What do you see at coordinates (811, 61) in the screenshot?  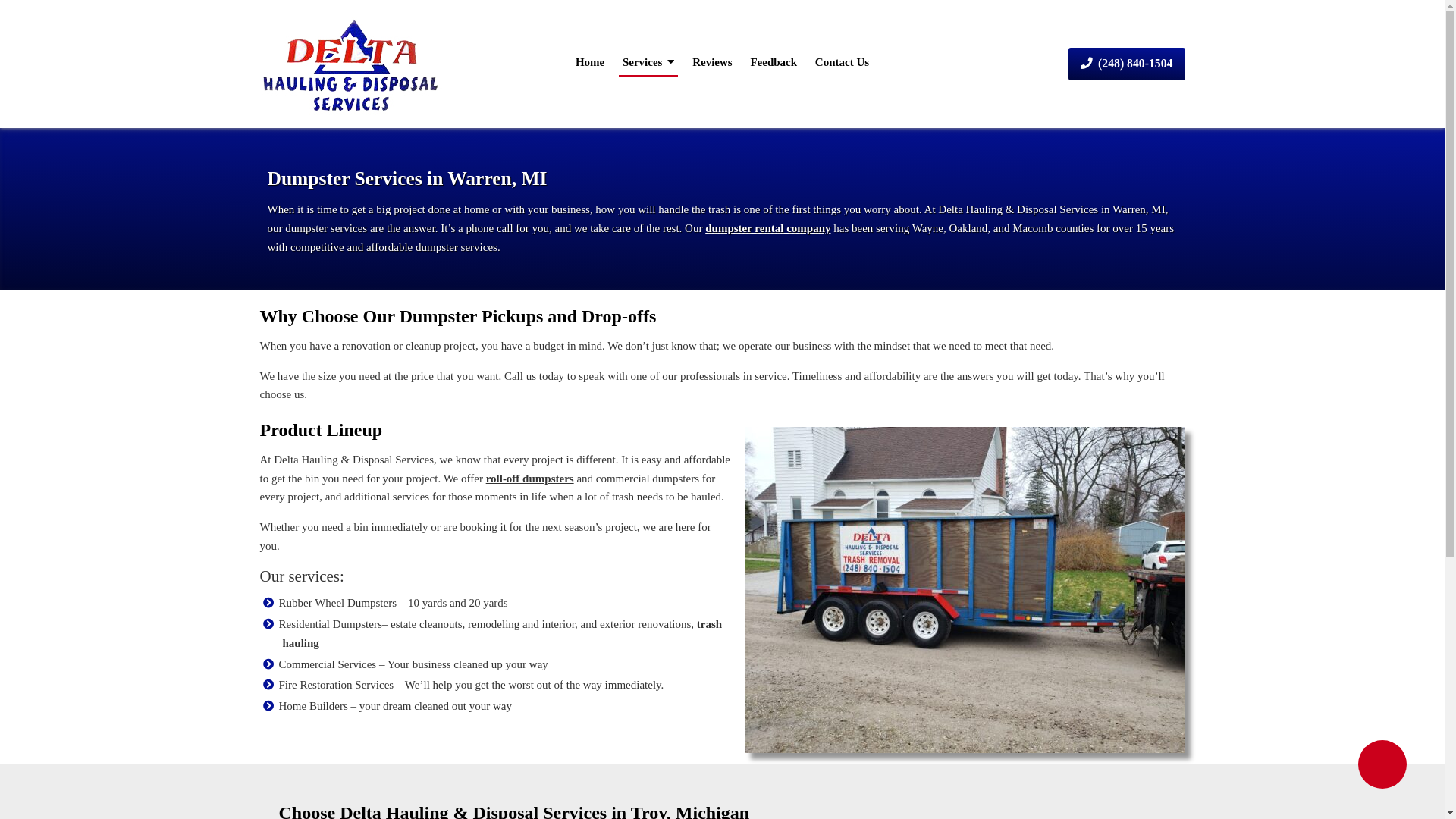 I see `'Contact Us'` at bounding box center [811, 61].